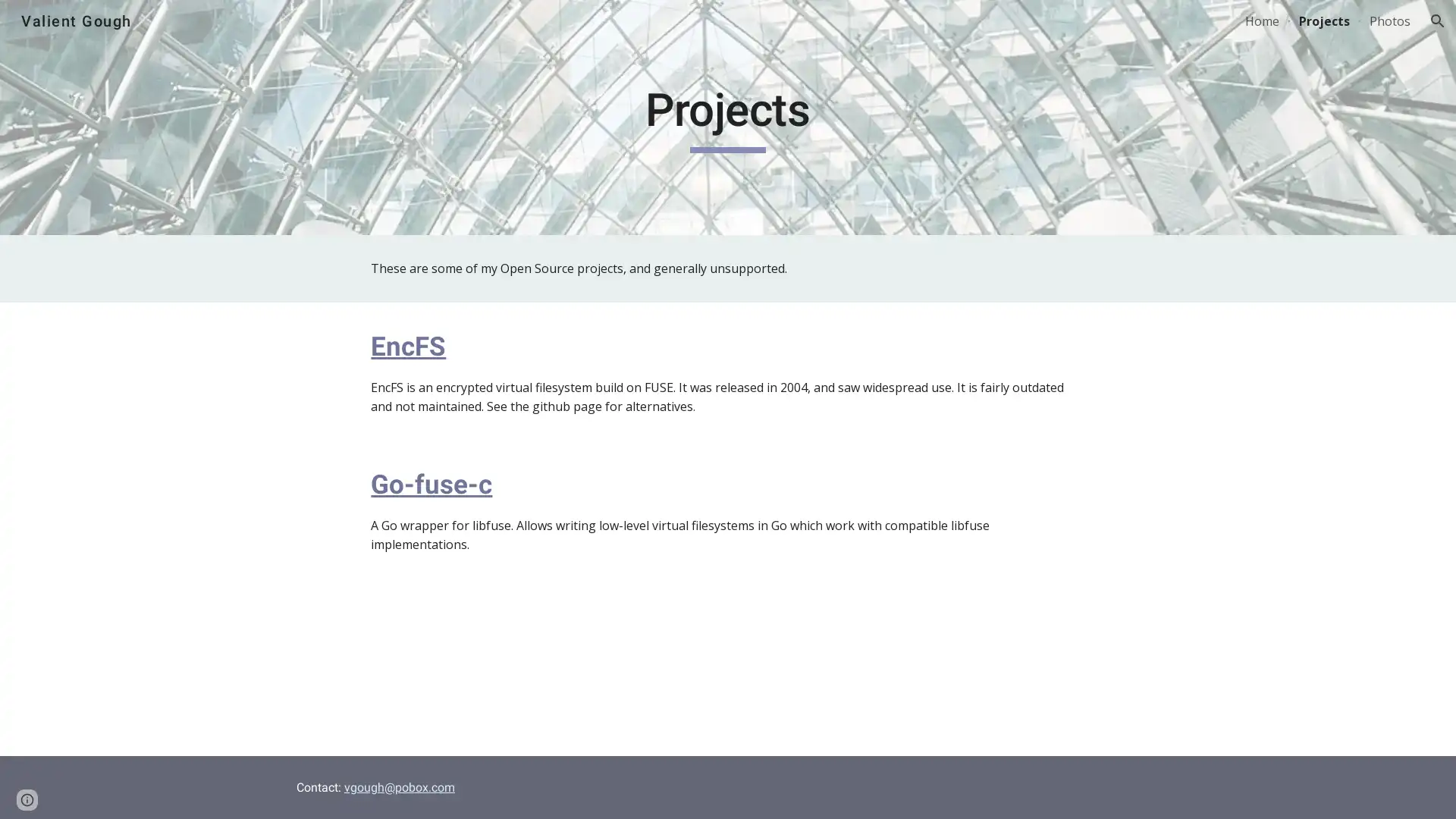 Image resolution: width=1456 pixels, height=819 pixels. Describe the element at coordinates (864, 28) in the screenshot. I see `Skip to navigation` at that location.